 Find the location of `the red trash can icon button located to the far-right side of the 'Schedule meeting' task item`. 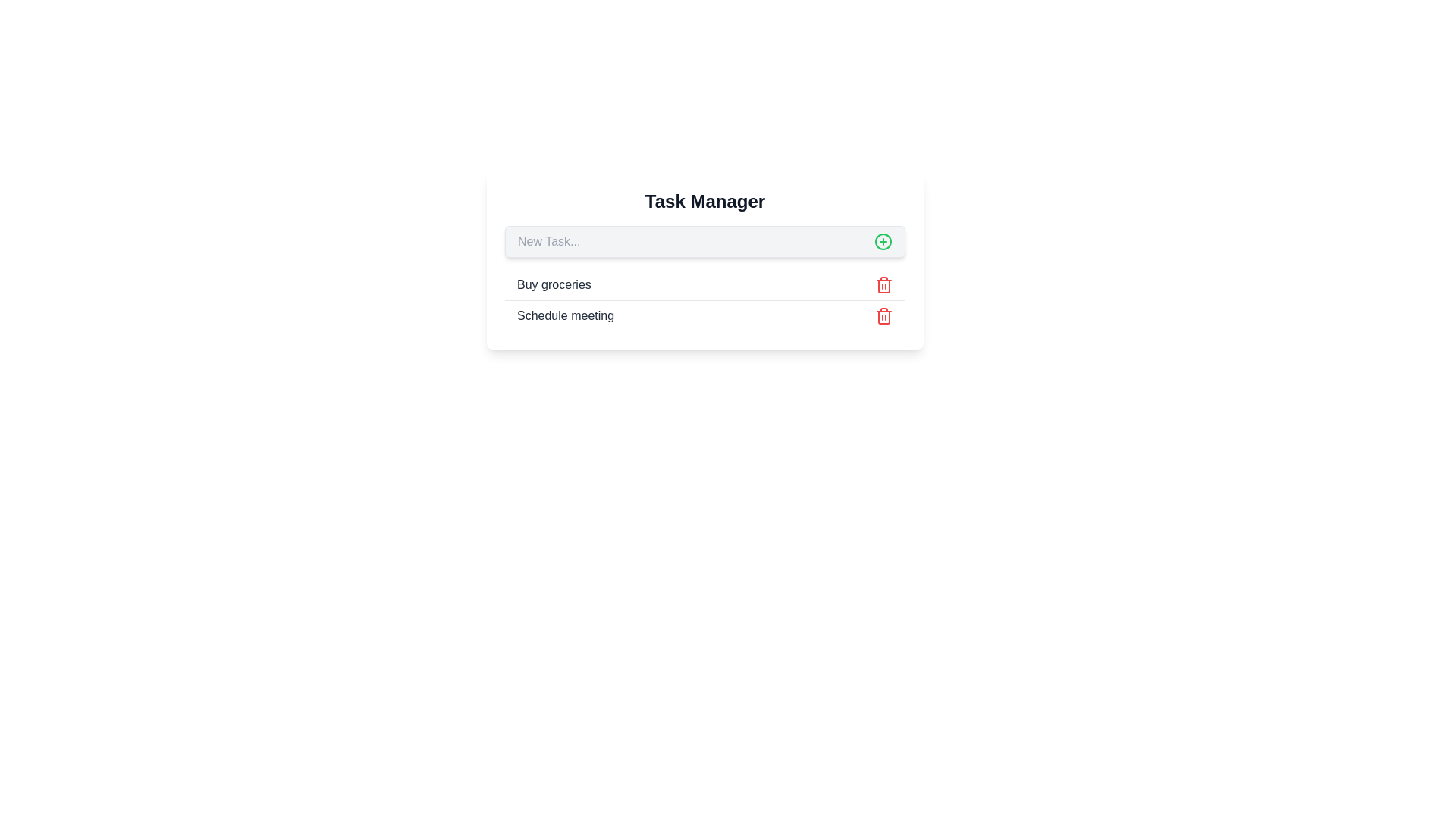

the red trash can icon button located to the far-right side of the 'Schedule meeting' task item is located at coordinates (884, 315).